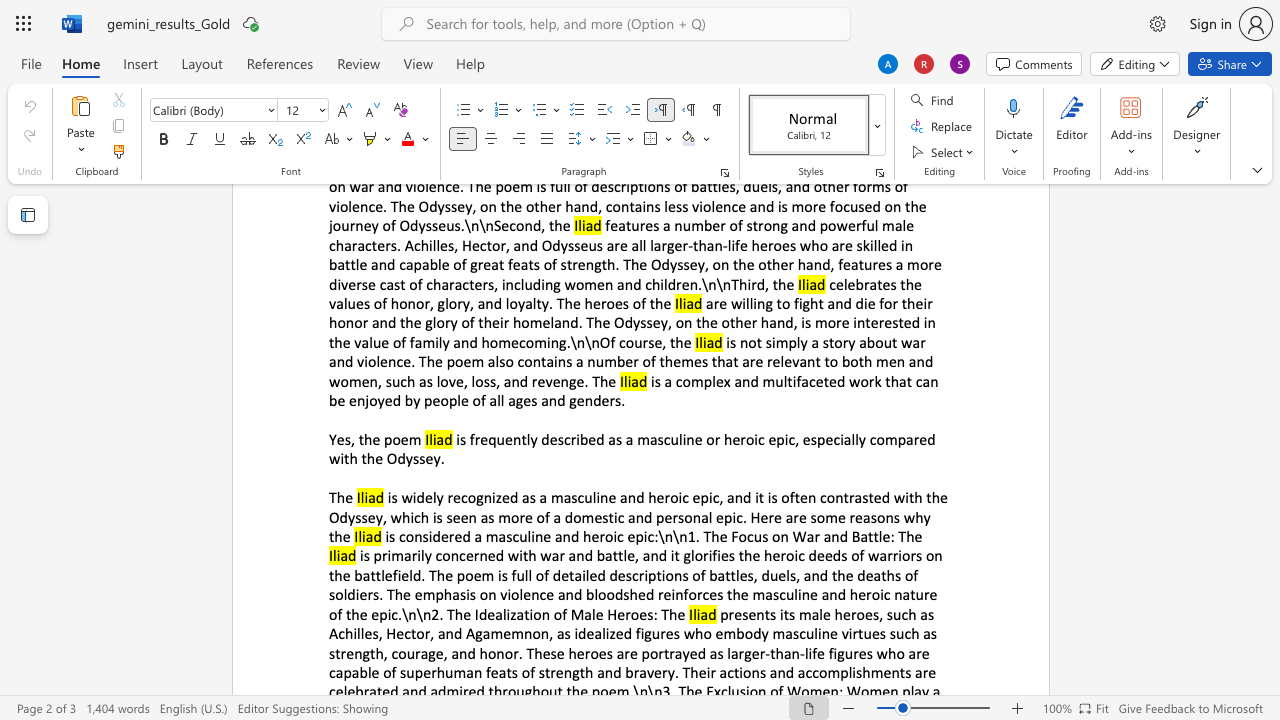 The width and height of the screenshot is (1280, 720). What do you see at coordinates (361, 438) in the screenshot?
I see `the 1th character "t" in the text` at bounding box center [361, 438].